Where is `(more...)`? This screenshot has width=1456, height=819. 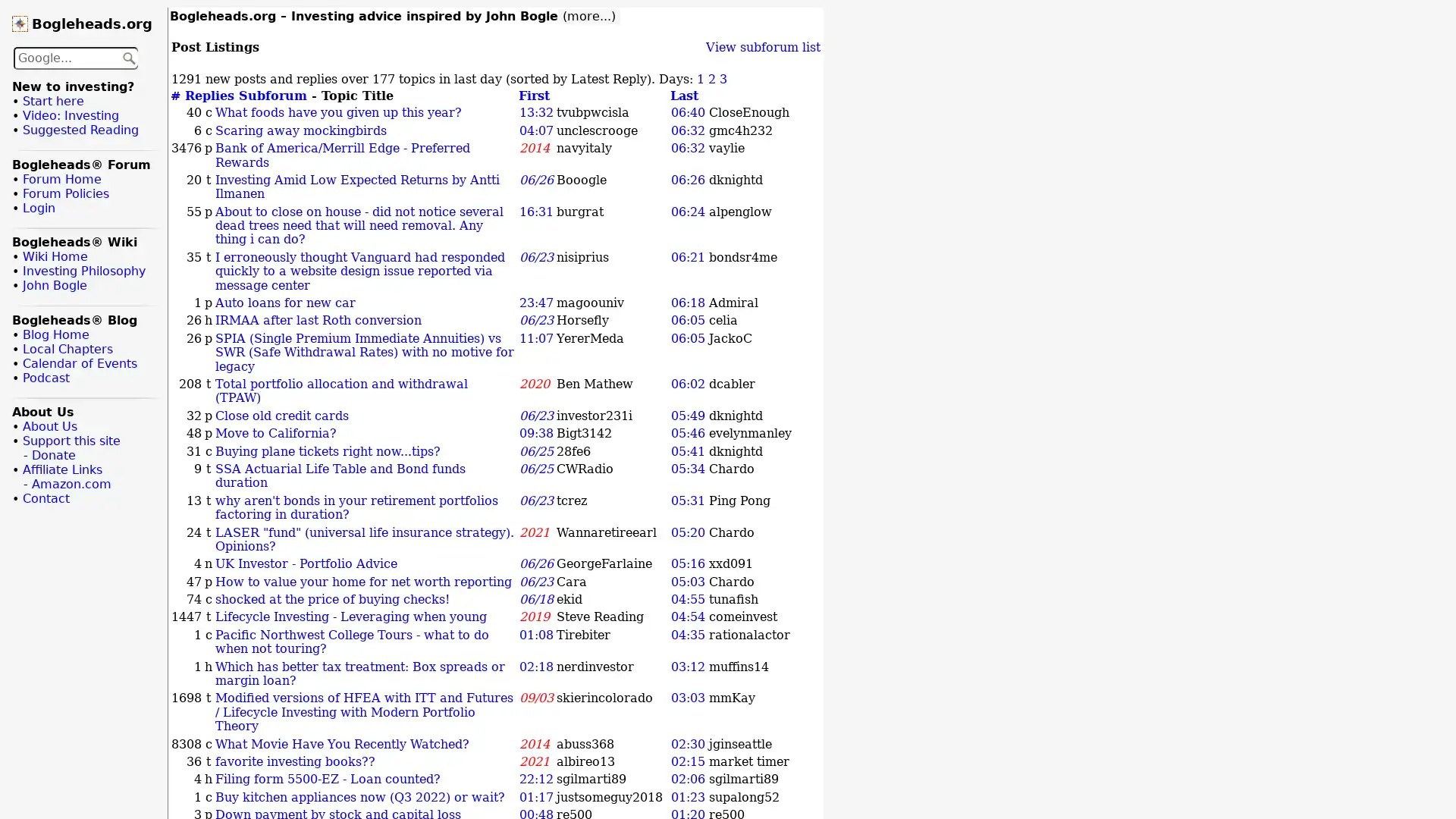 (more...) is located at coordinates (588, 17).